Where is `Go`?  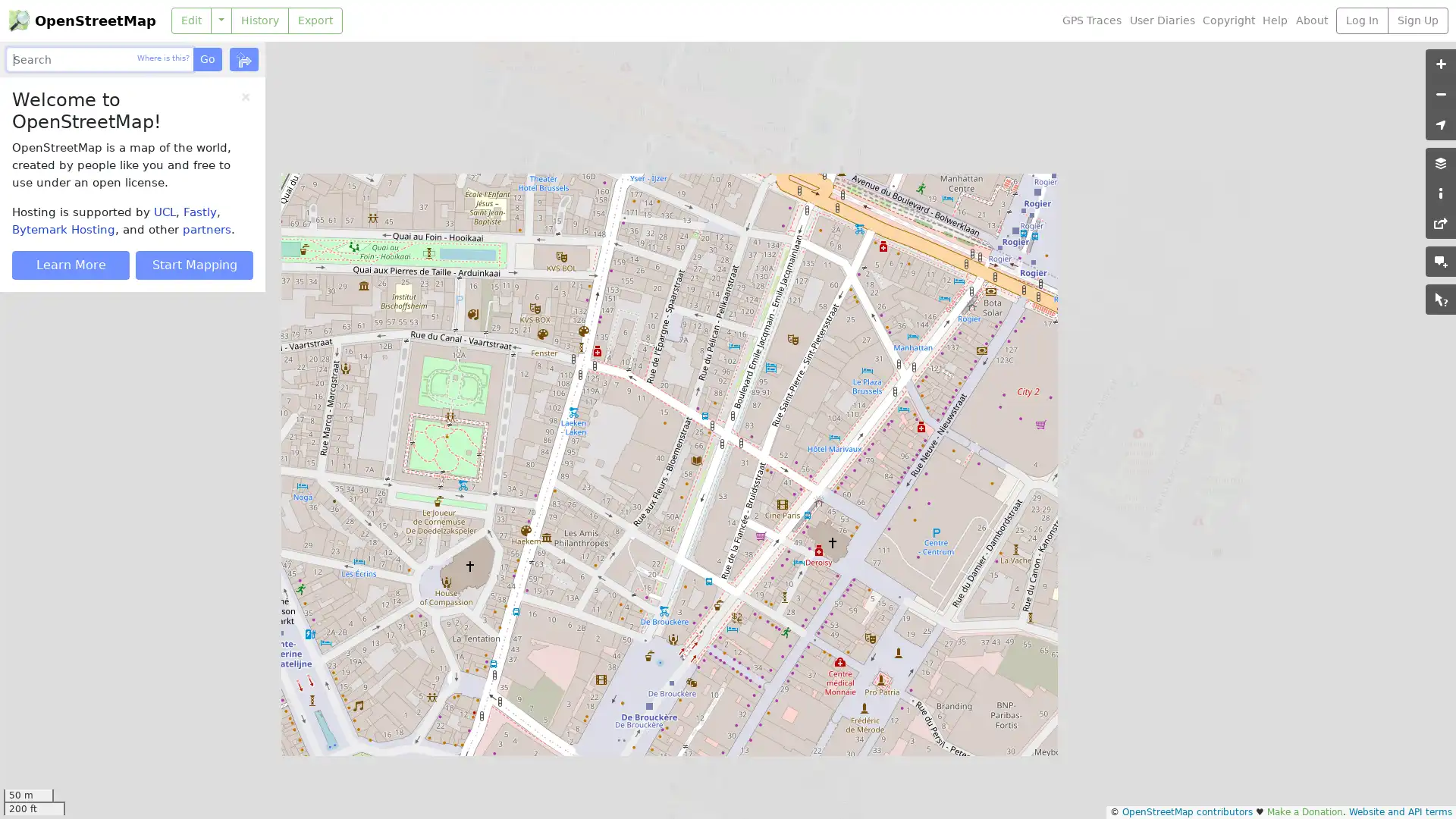 Go is located at coordinates (206, 58).